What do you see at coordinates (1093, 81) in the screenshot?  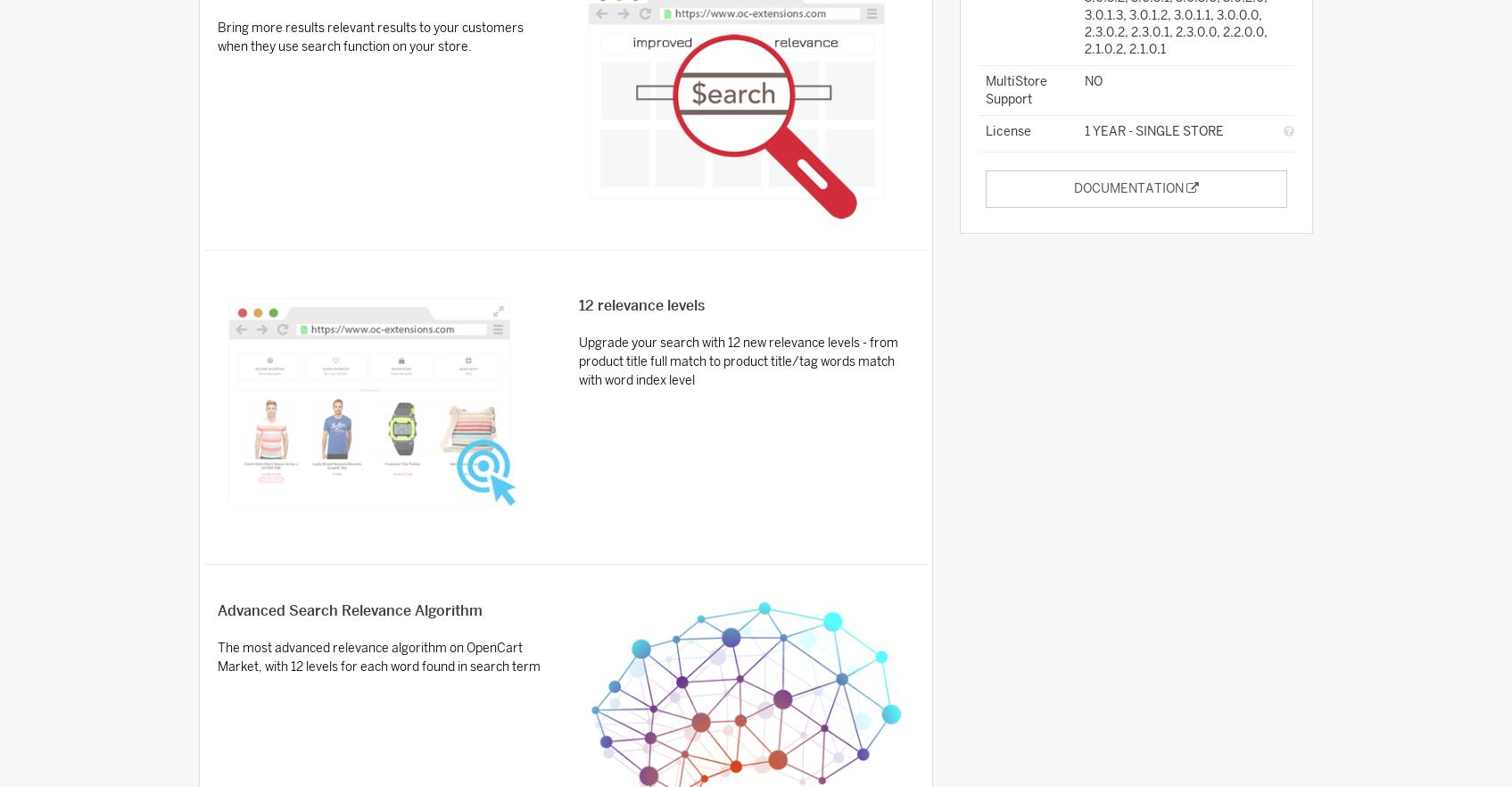 I see `'NO'` at bounding box center [1093, 81].